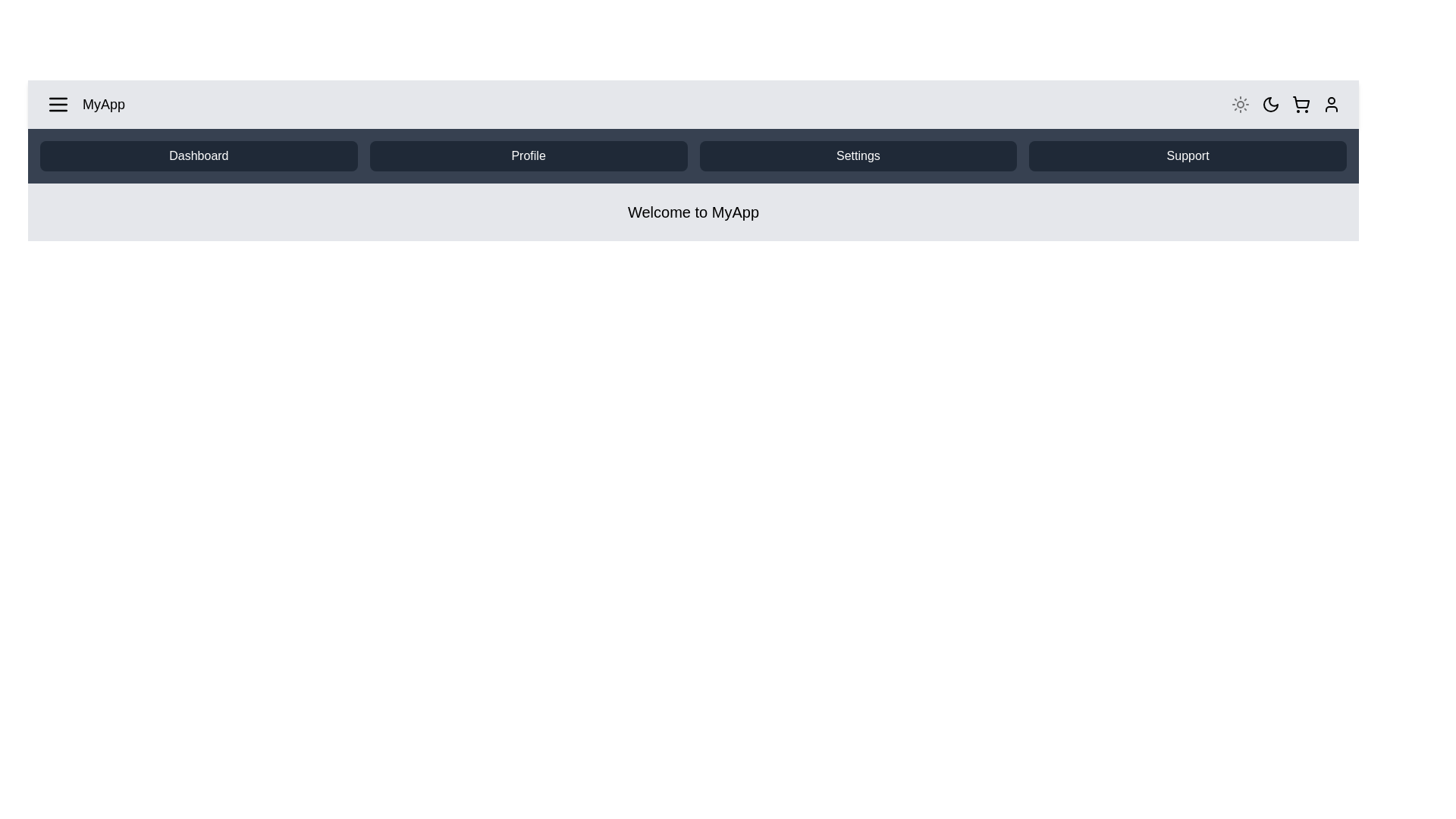  Describe the element at coordinates (858, 155) in the screenshot. I see `the Settings button in the navigation bar` at that location.